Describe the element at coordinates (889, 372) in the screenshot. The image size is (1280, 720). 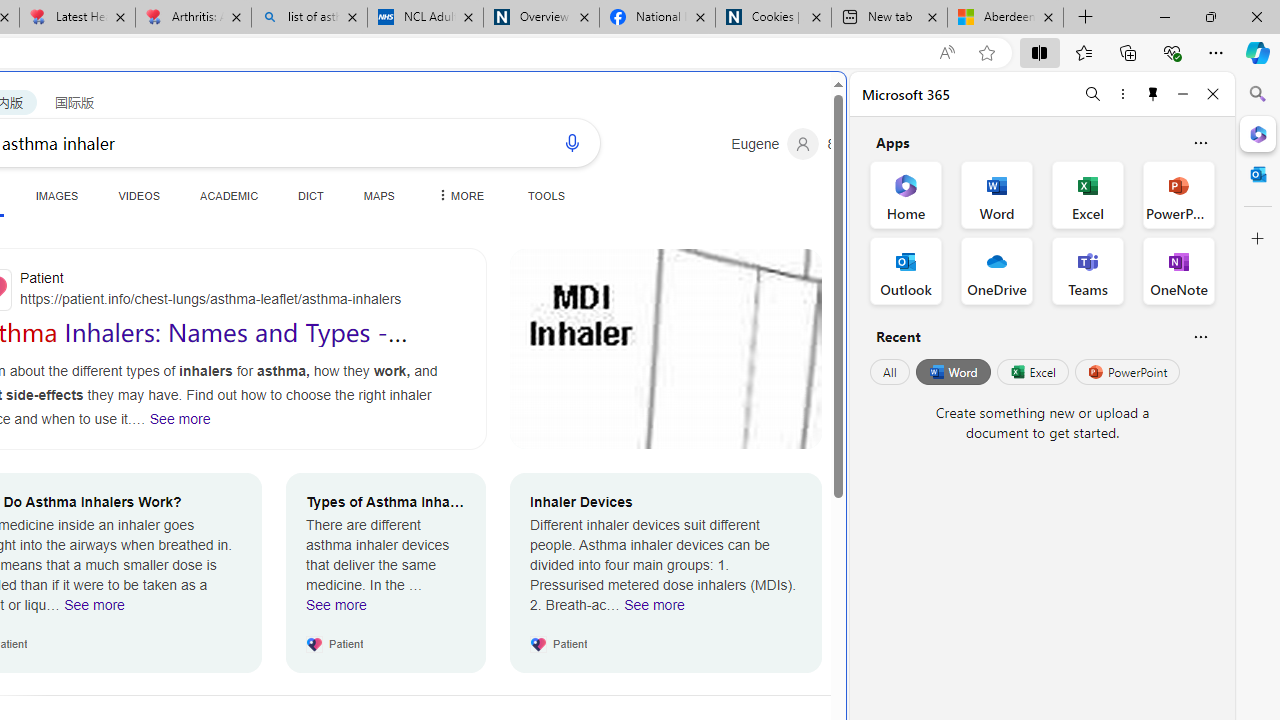
I see `'All'` at that location.